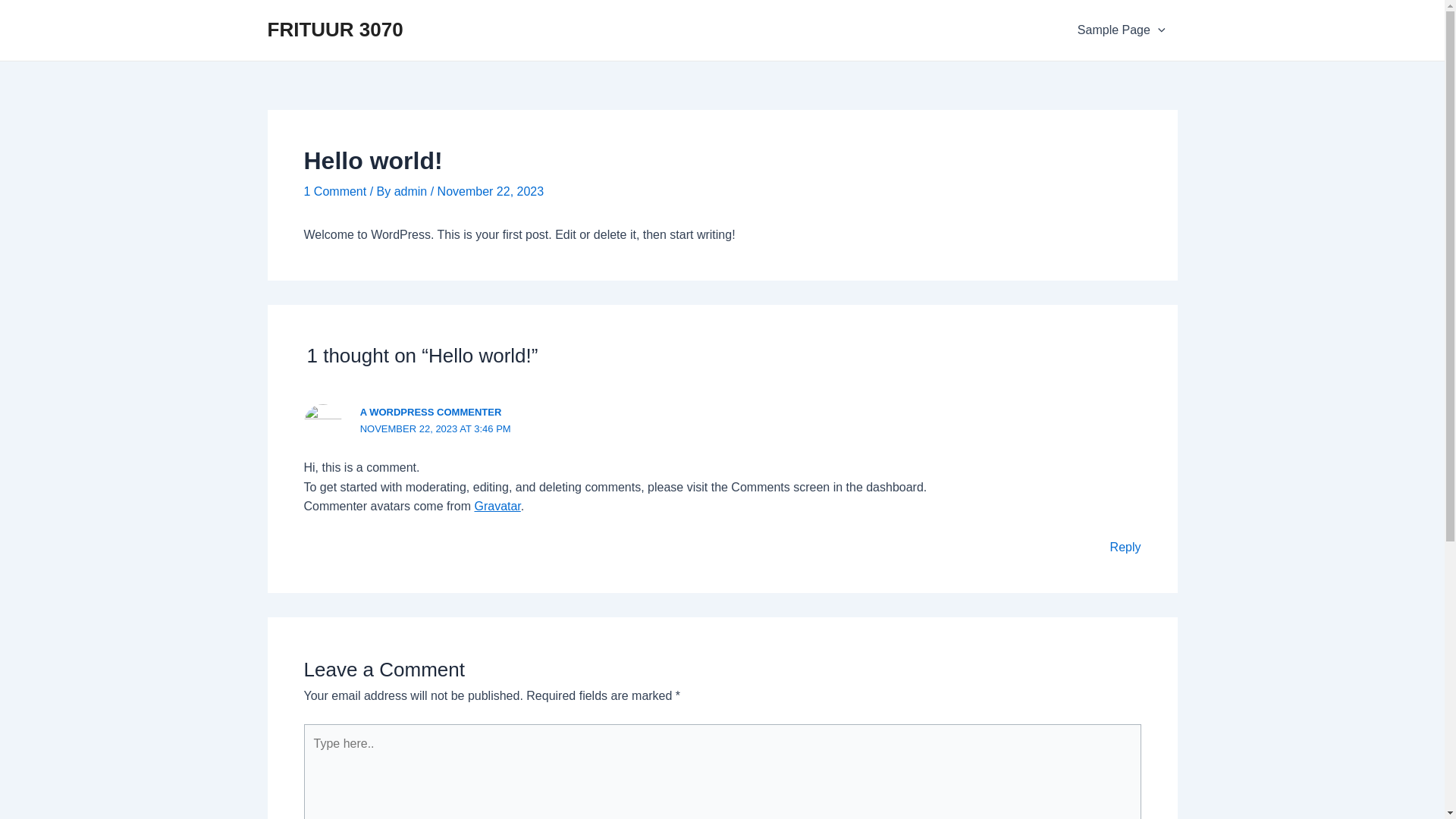 The width and height of the screenshot is (1456, 819). Describe the element at coordinates (334, 190) in the screenshot. I see `'1 Comment'` at that location.